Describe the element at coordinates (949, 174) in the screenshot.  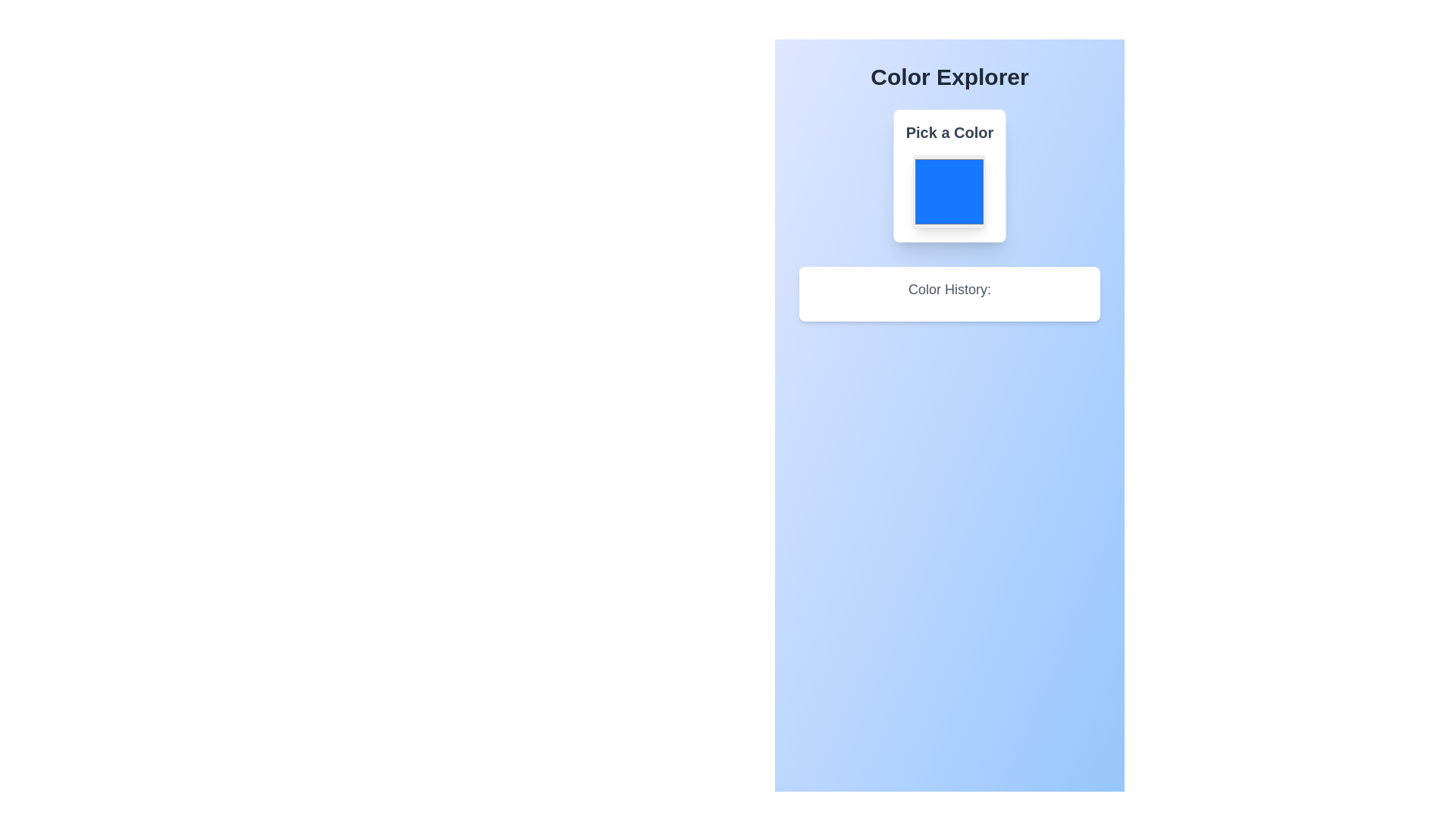
I see `the composite element labeled 'Pick a Color' which features a clickable blue color display and is located within the 'Color Explorer' section` at that location.